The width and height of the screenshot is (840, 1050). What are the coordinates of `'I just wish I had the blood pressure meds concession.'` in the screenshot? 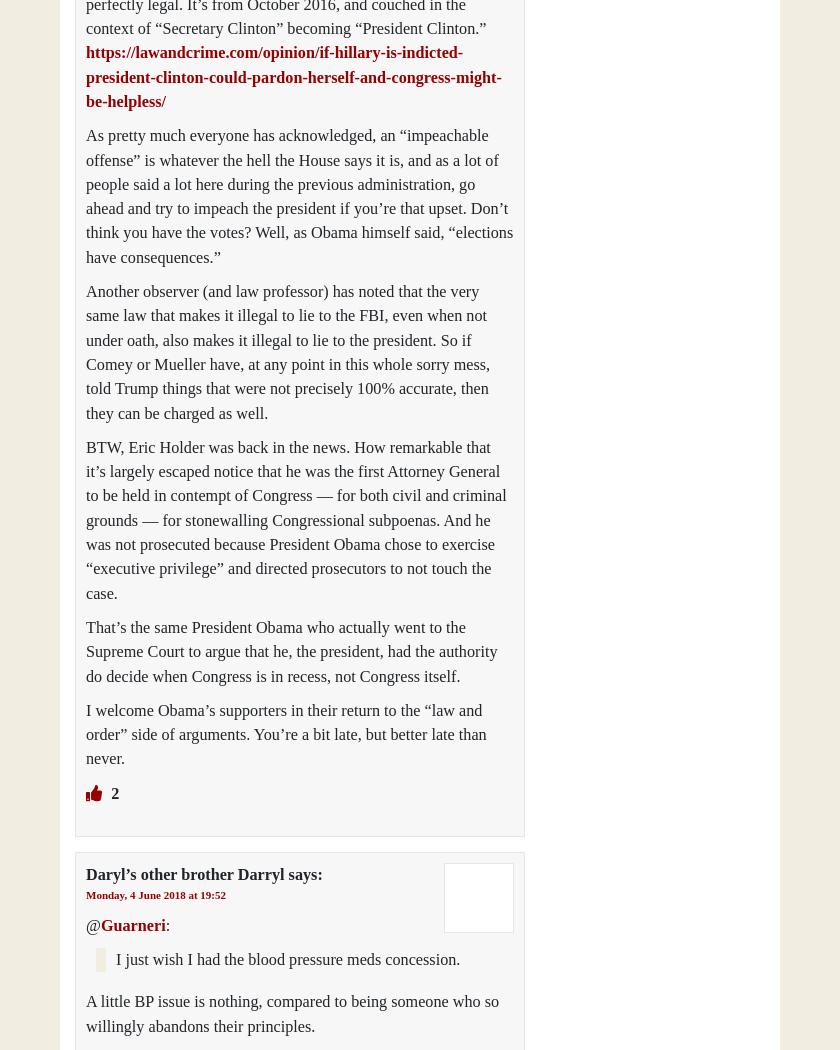 It's located at (288, 959).